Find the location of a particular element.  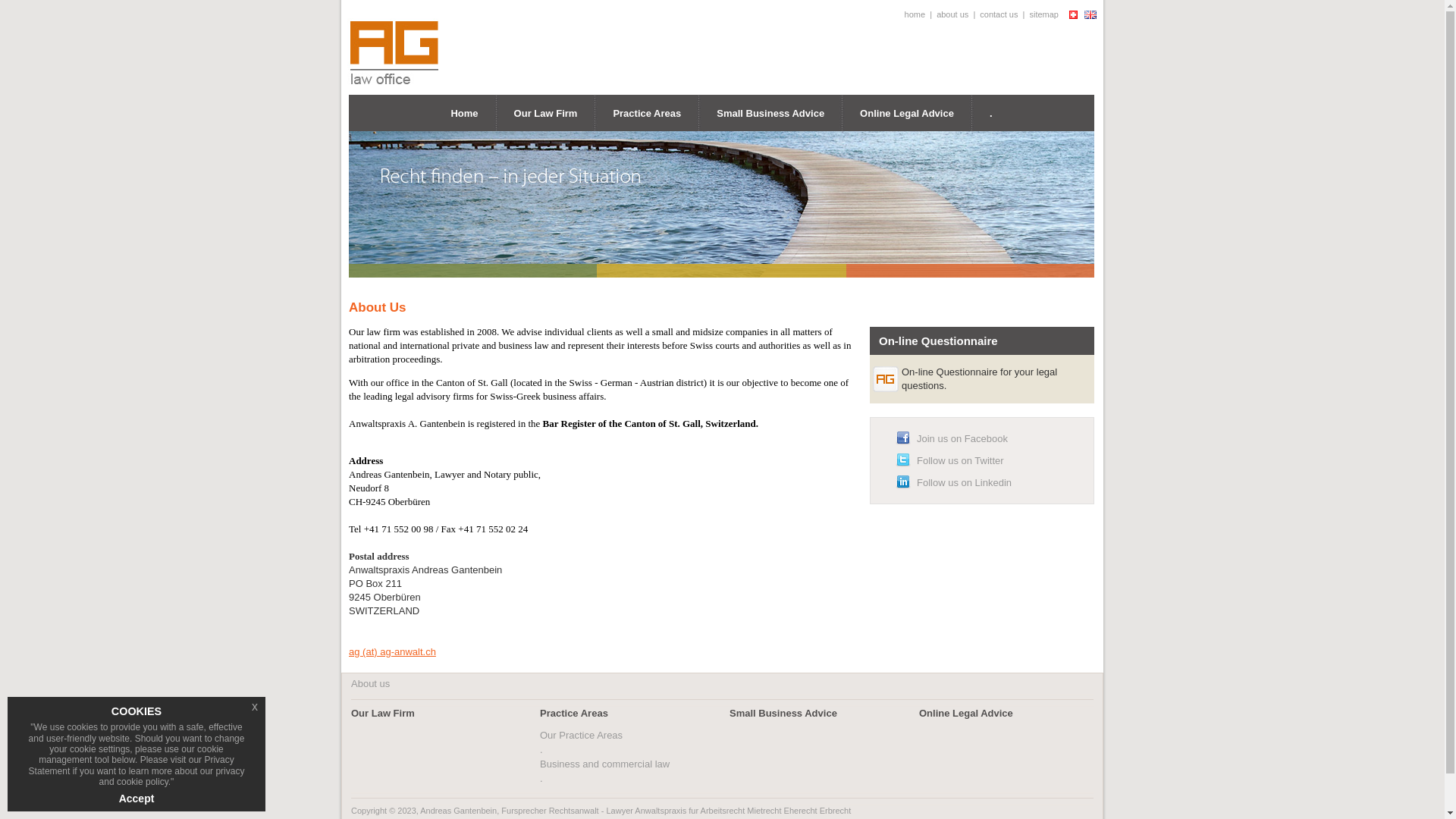

'Follow us on Linkedin' is located at coordinates (963, 482).